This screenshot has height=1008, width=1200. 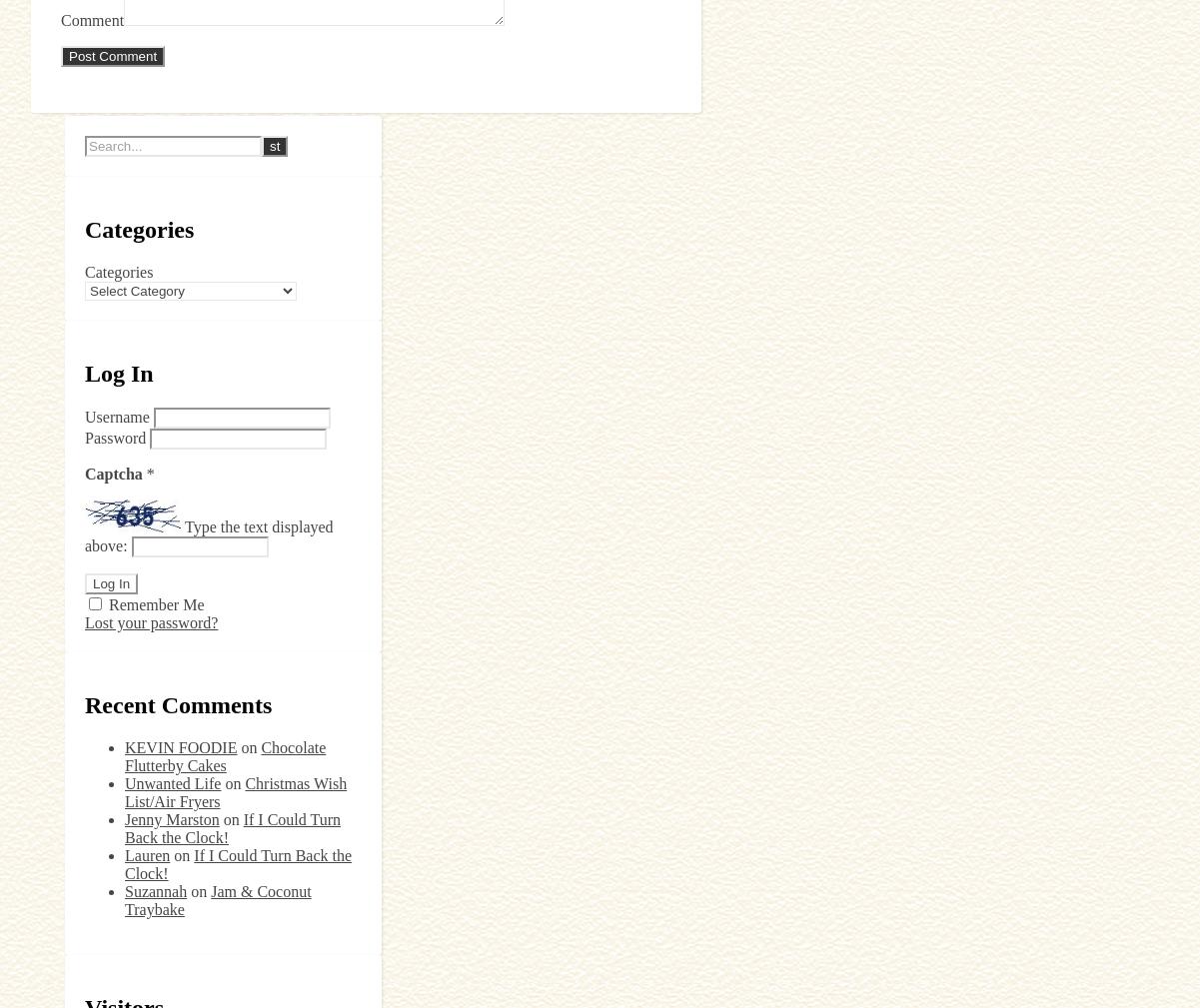 What do you see at coordinates (116, 415) in the screenshot?
I see `'Username'` at bounding box center [116, 415].